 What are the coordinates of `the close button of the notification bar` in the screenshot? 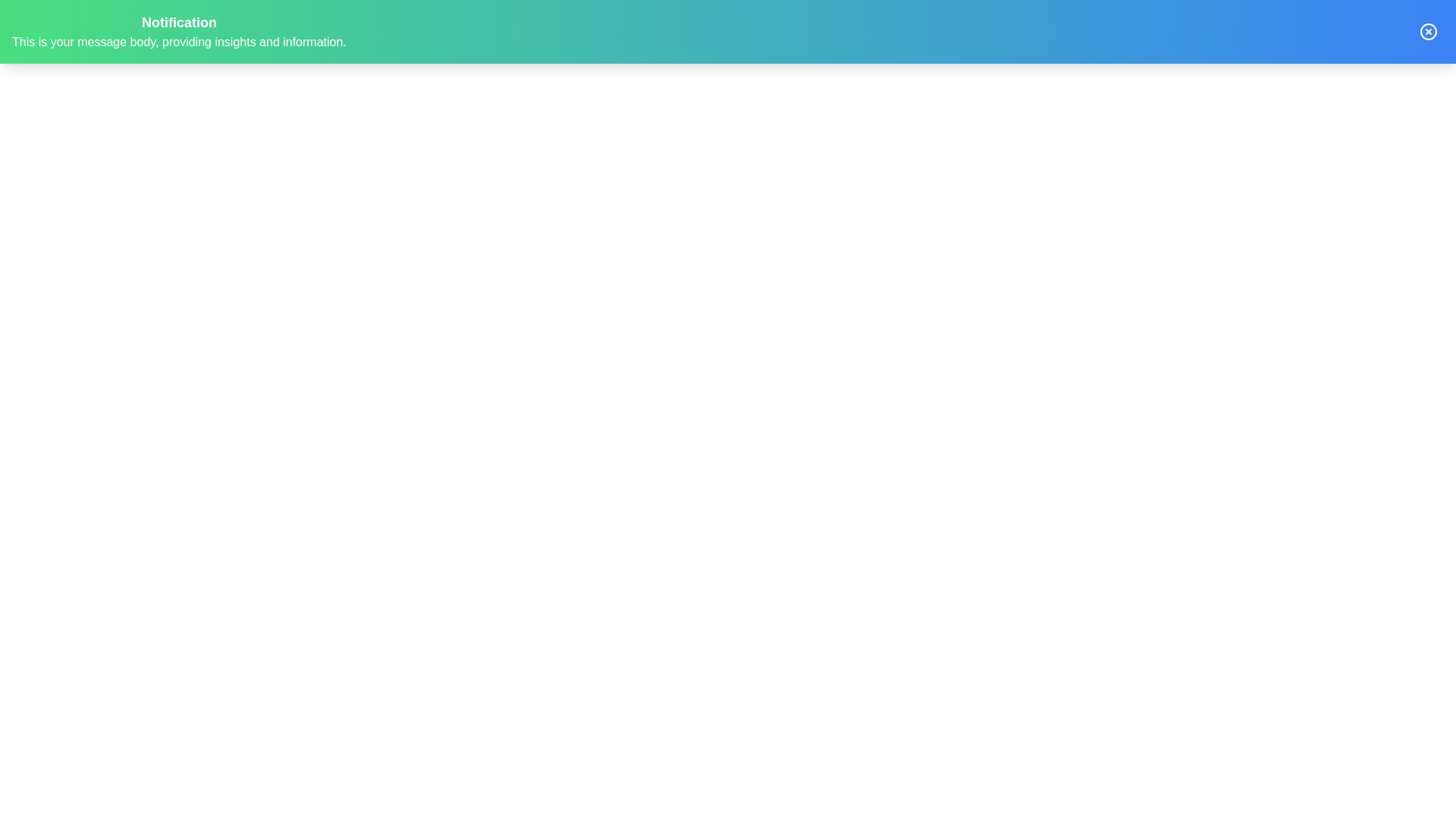 It's located at (1427, 32).